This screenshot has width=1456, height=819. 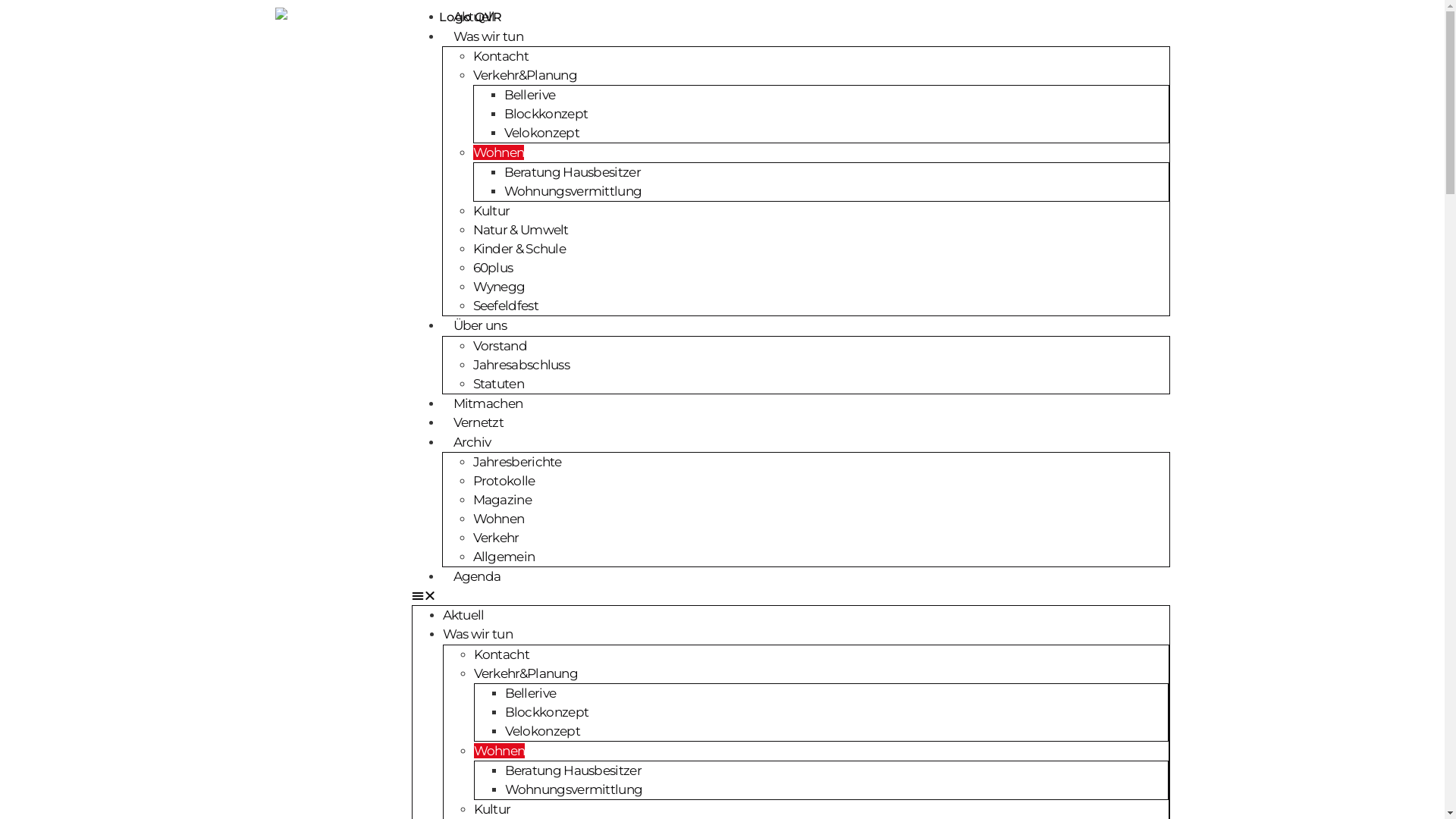 What do you see at coordinates (570, 171) in the screenshot?
I see `'Beratung Hausbesitzer'` at bounding box center [570, 171].